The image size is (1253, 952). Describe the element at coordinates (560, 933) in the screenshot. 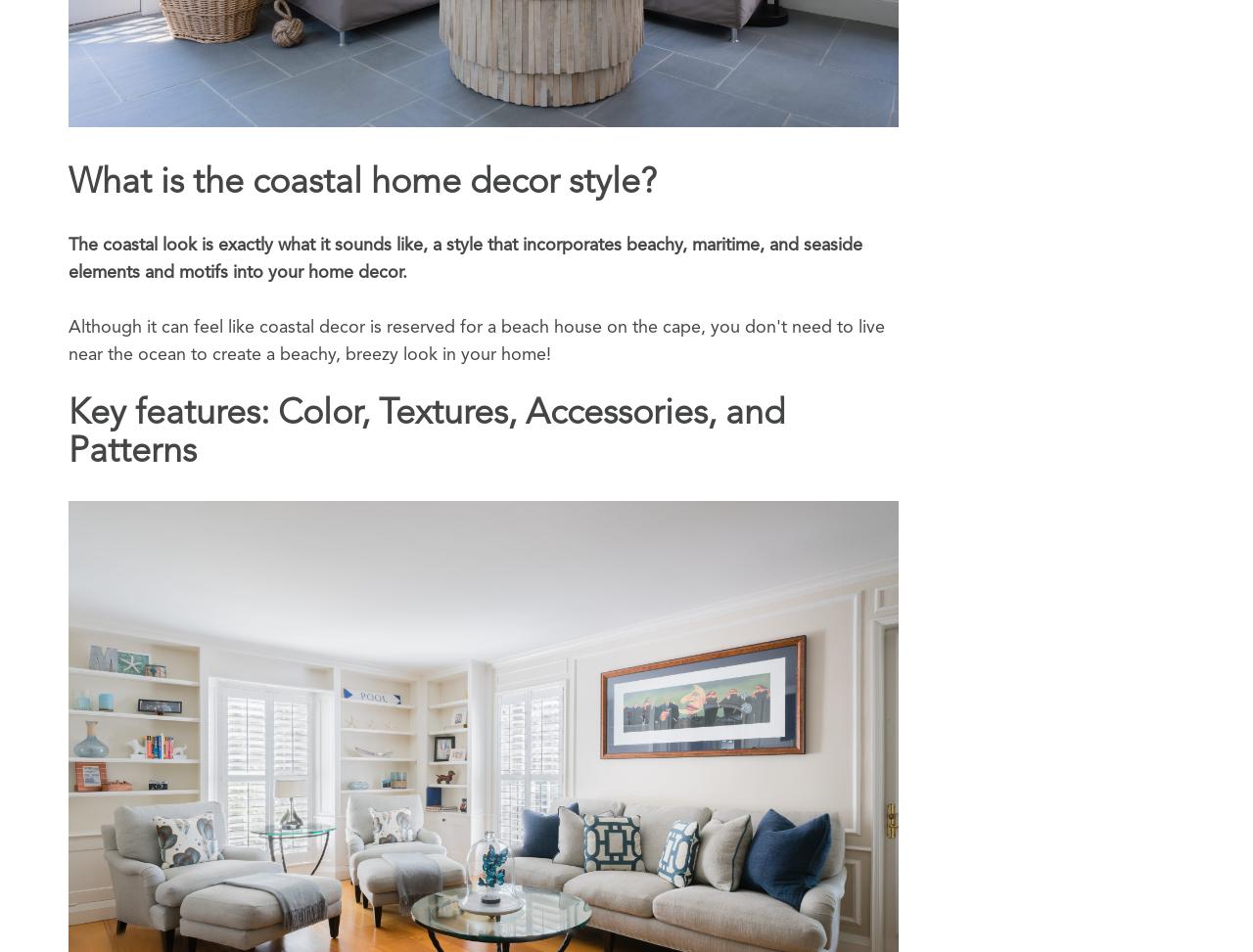

I see `'Subscribe'` at that location.